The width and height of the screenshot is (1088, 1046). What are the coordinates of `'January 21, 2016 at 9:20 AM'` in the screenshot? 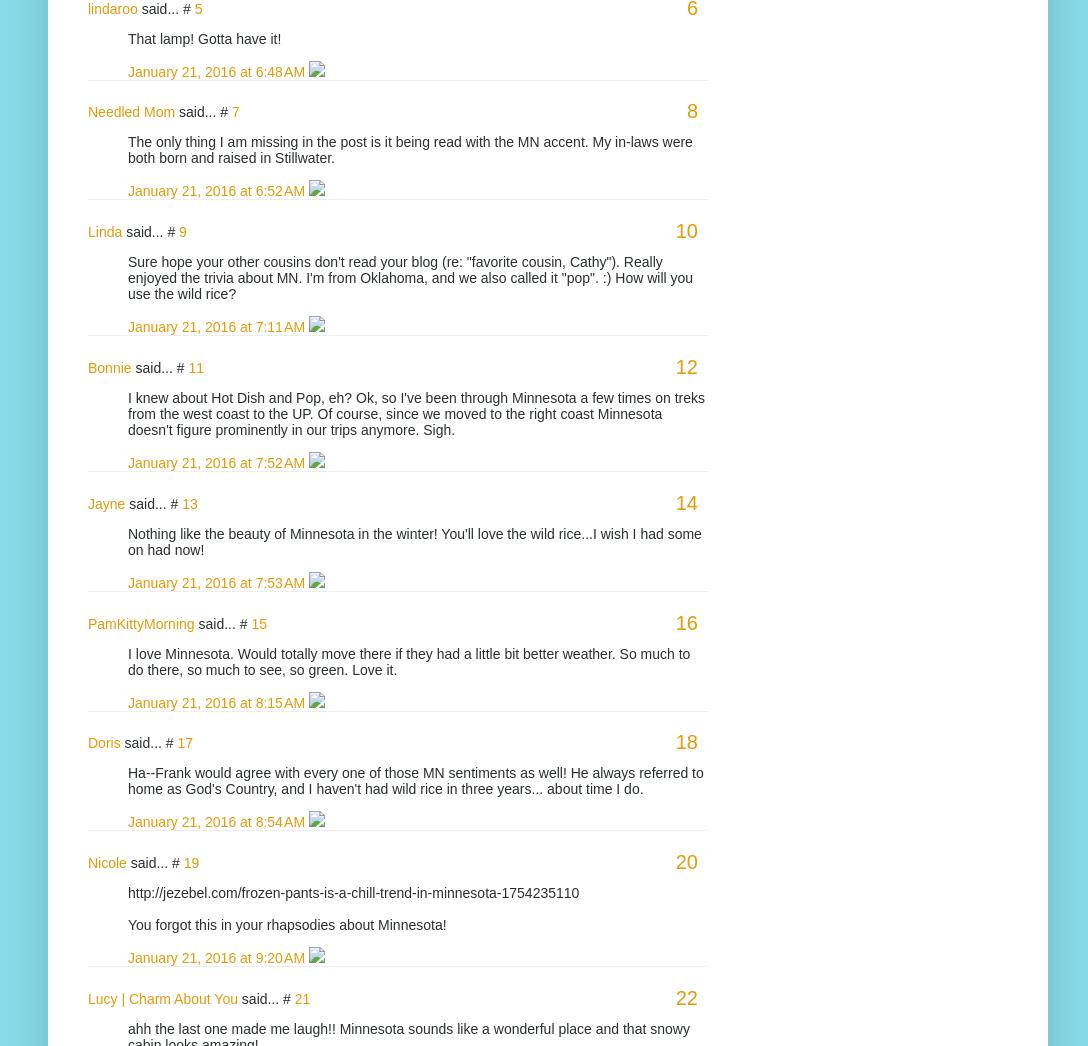 It's located at (217, 957).